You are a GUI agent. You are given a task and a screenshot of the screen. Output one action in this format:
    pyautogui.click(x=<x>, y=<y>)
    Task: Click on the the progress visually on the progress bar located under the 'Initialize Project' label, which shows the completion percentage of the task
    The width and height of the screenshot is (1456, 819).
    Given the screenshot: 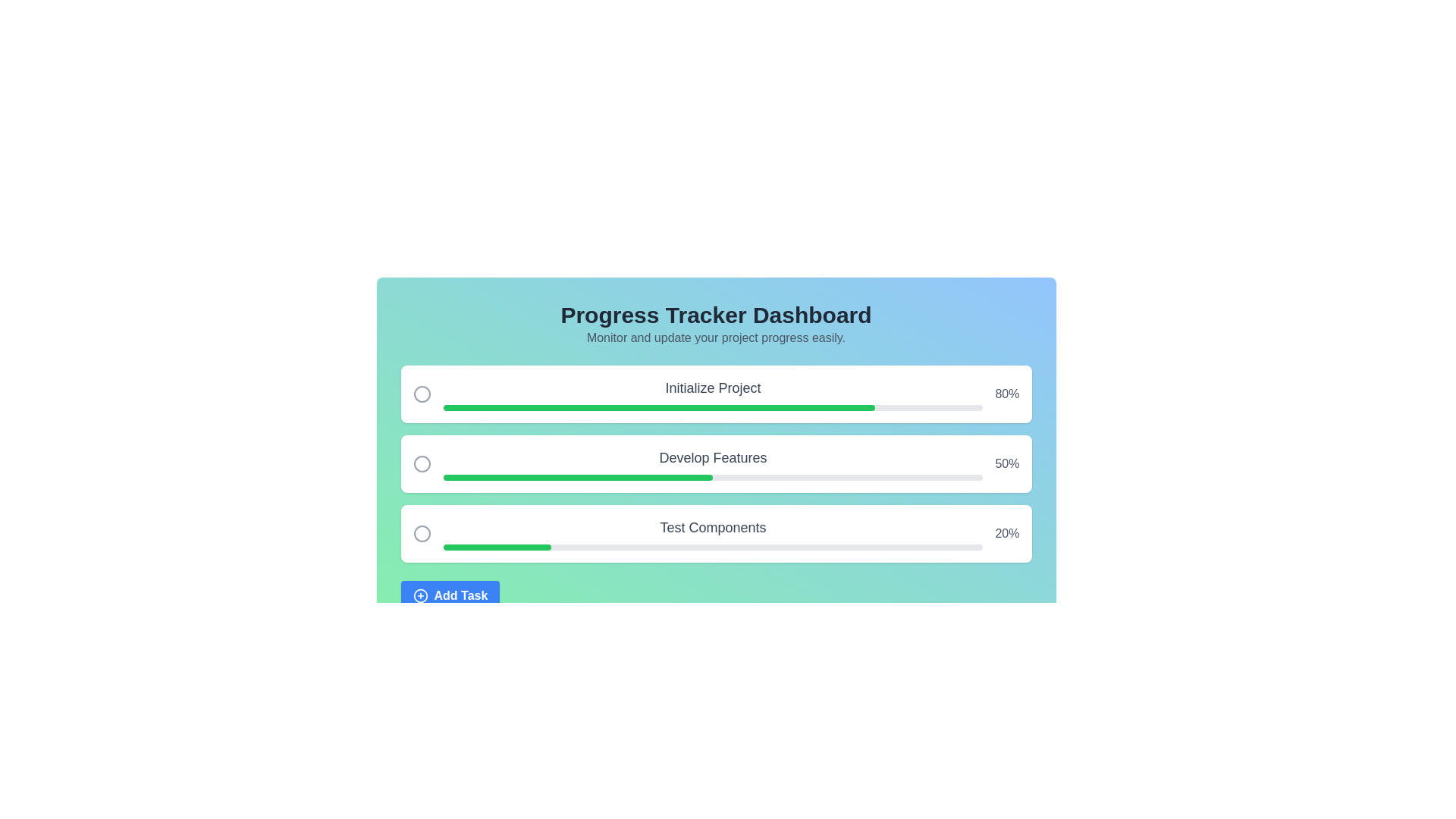 What is the action you would take?
    pyautogui.click(x=712, y=406)
    